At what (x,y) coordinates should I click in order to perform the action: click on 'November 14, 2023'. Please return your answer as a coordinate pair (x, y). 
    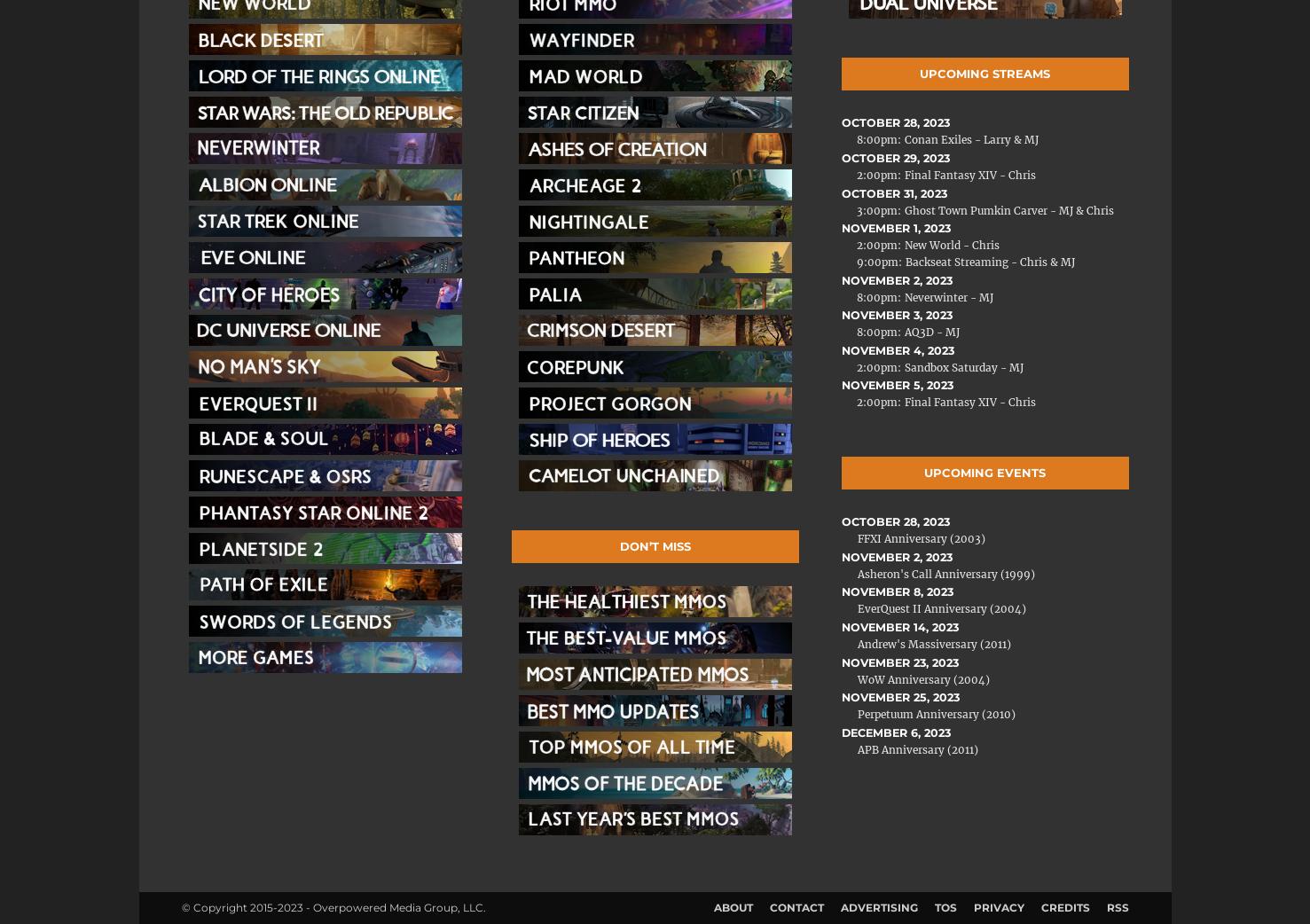
    Looking at the image, I should click on (898, 626).